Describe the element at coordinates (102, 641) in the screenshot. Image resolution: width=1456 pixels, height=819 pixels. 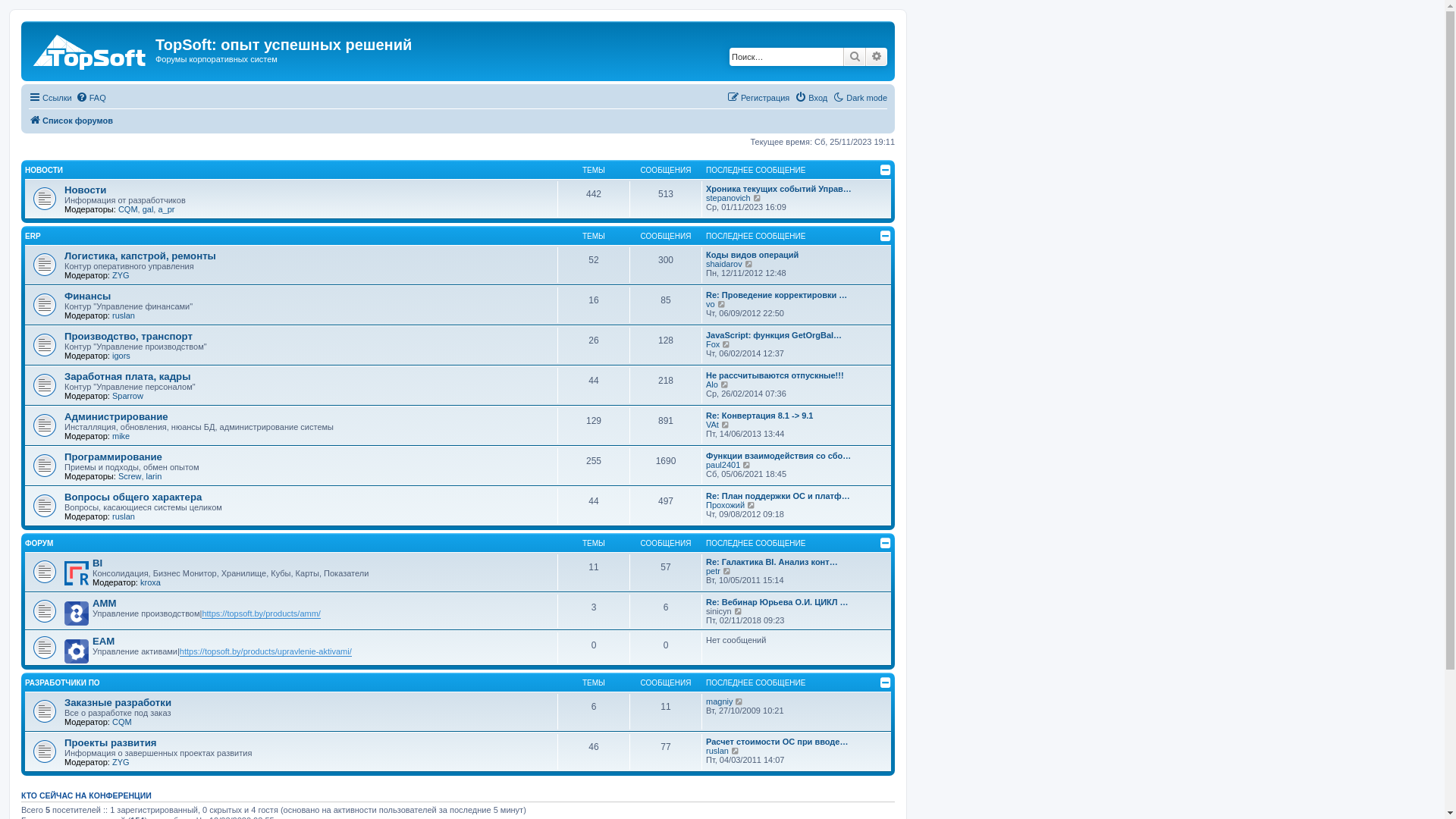
I see `'EAM'` at that location.